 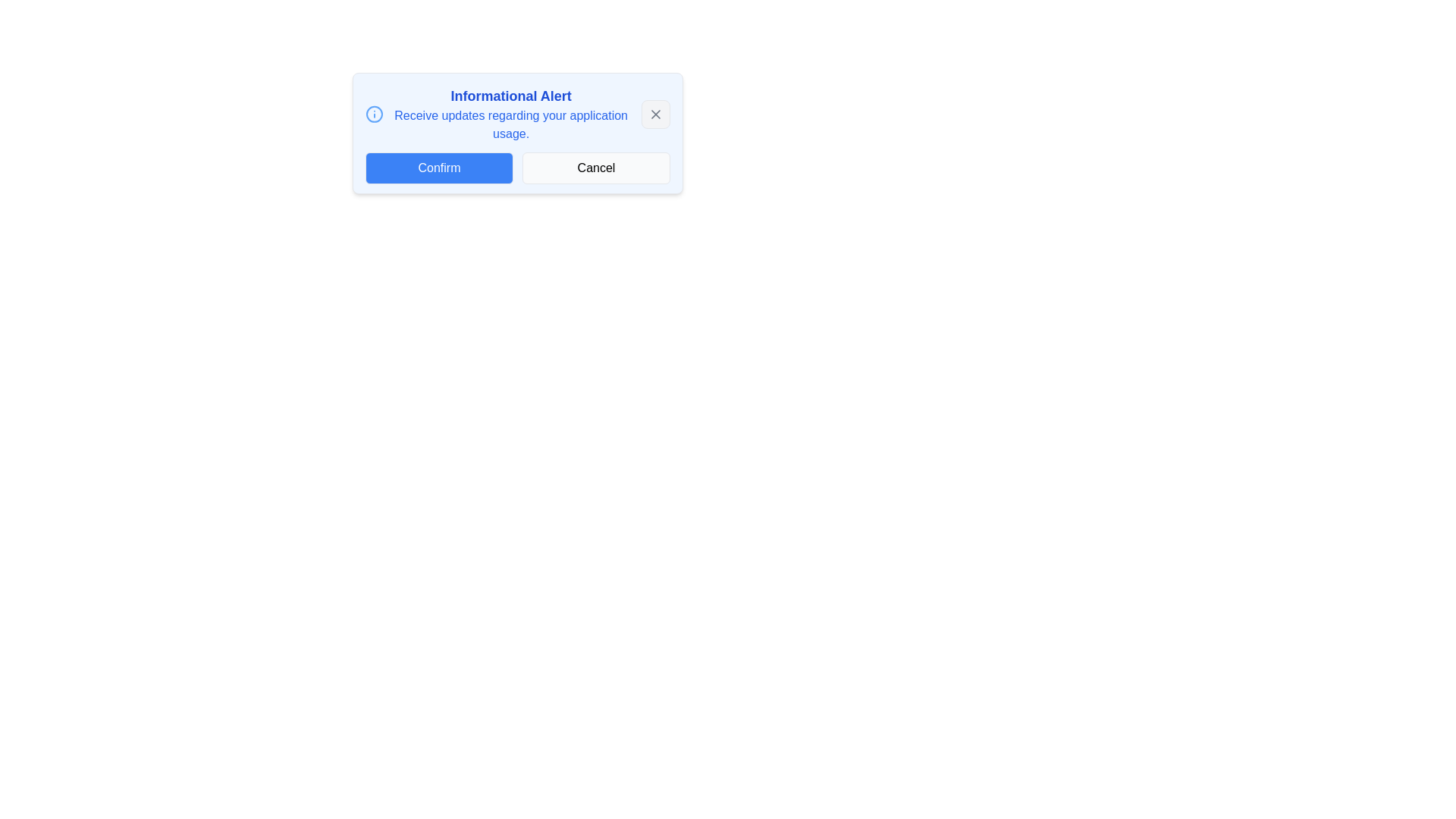 What do you see at coordinates (375, 113) in the screenshot?
I see `the circular element with a light blue outline and a white interior, located next to the title 'Informational Alert' in the modal dialog box` at bounding box center [375, 113].